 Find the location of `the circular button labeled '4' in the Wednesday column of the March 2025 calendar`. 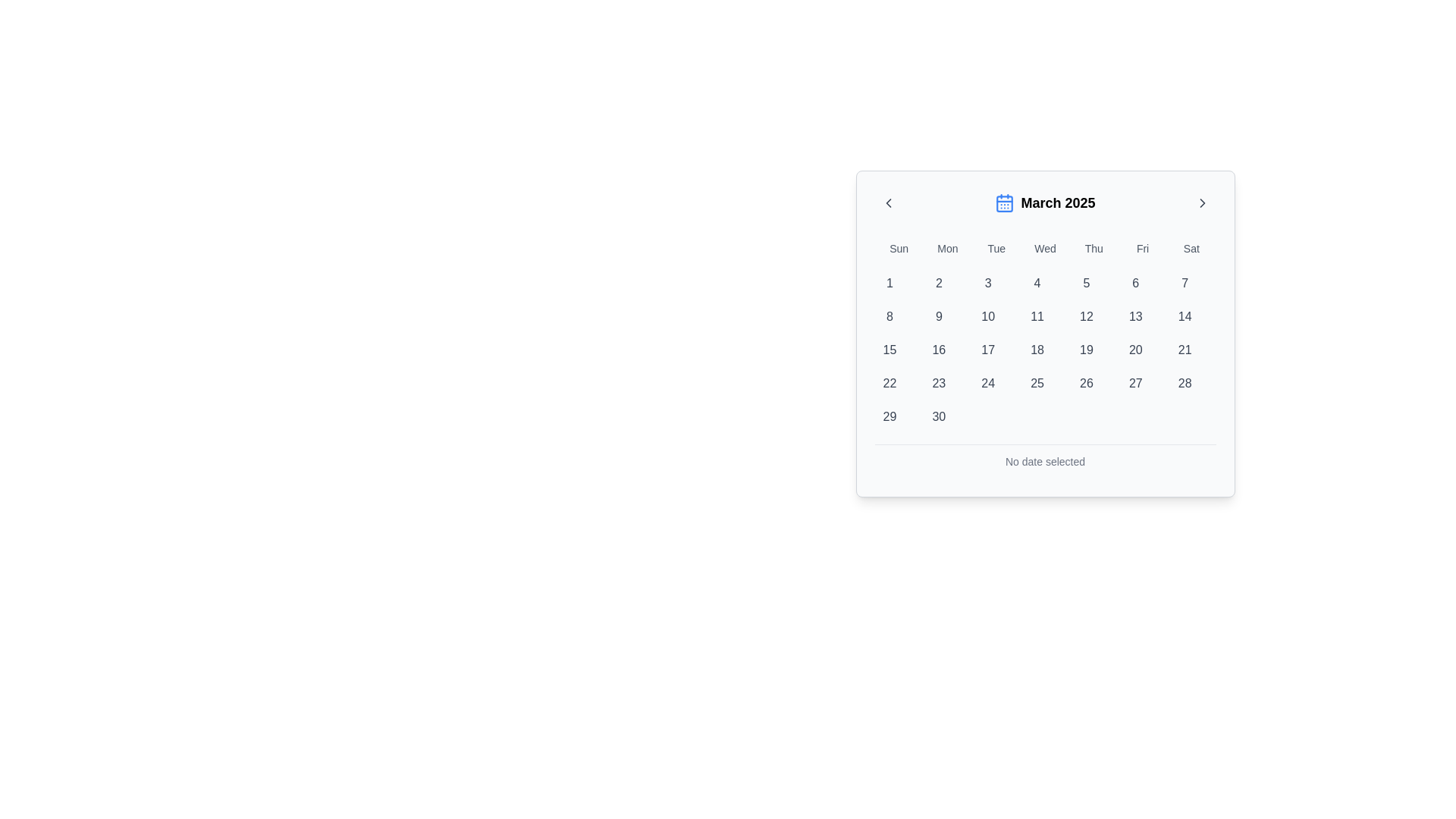

the circular button labeled '4' in the Wednesday column of the March 2025 calendar is located at coordinates (1037, 284).